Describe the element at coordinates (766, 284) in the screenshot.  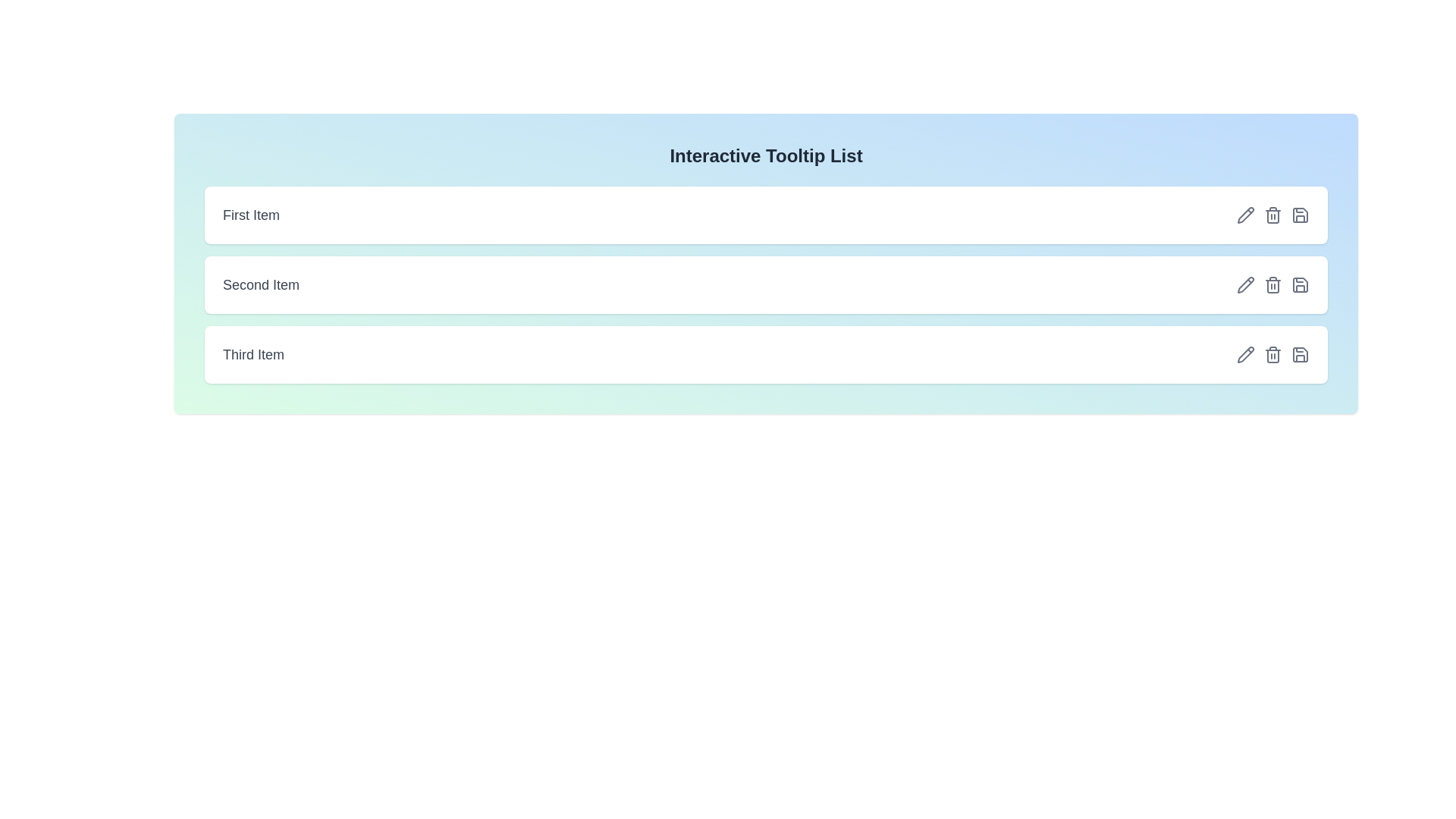
I see `the second list item in the vertically stacked list, which allows for interaction and editing such as renaming or deleting` at that location.